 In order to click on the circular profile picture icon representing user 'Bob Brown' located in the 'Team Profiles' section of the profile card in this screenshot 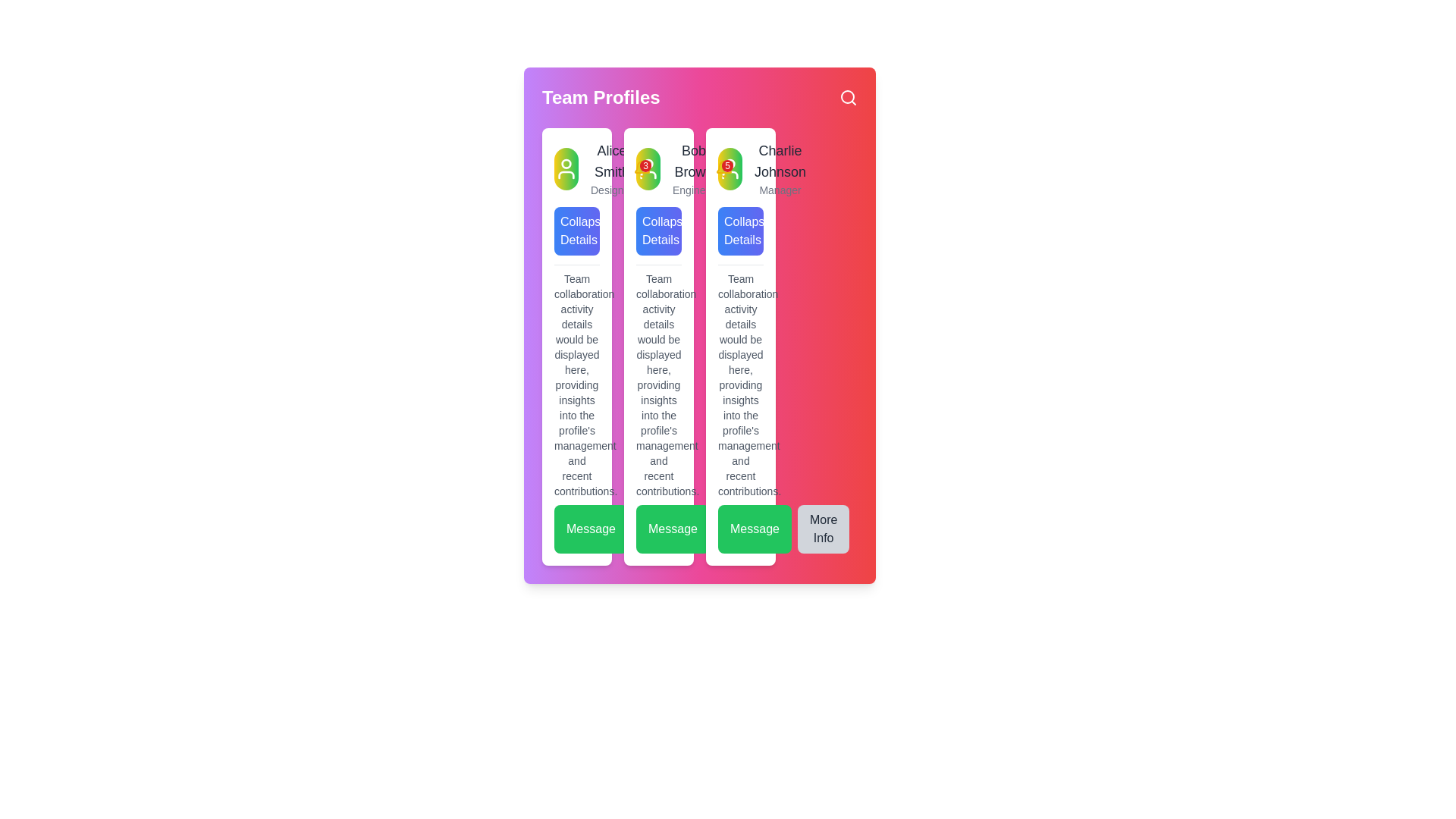, I will do `click(648, 169)`.